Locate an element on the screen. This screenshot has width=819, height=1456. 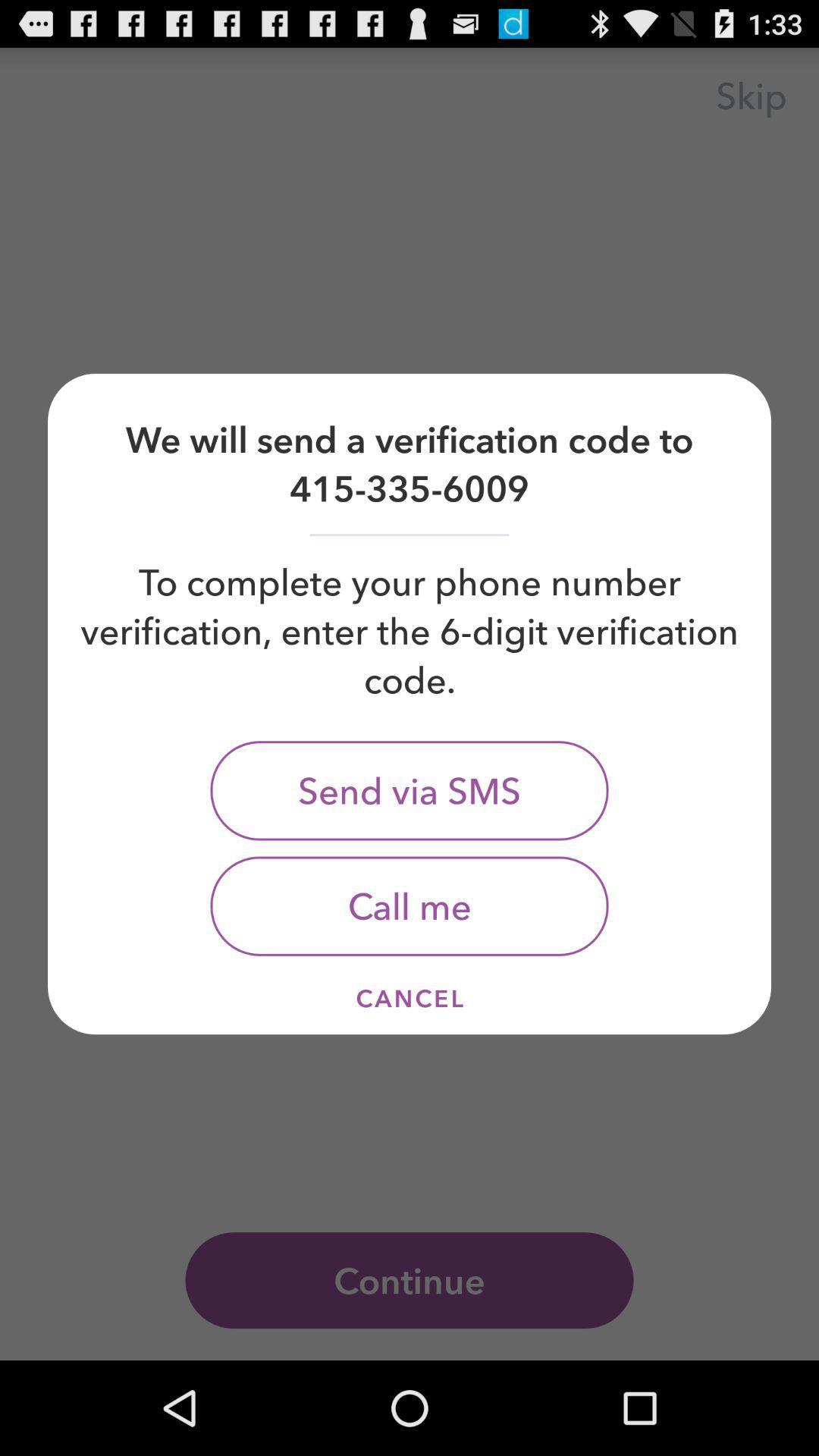
the call me is located at coordinates (409, 906).